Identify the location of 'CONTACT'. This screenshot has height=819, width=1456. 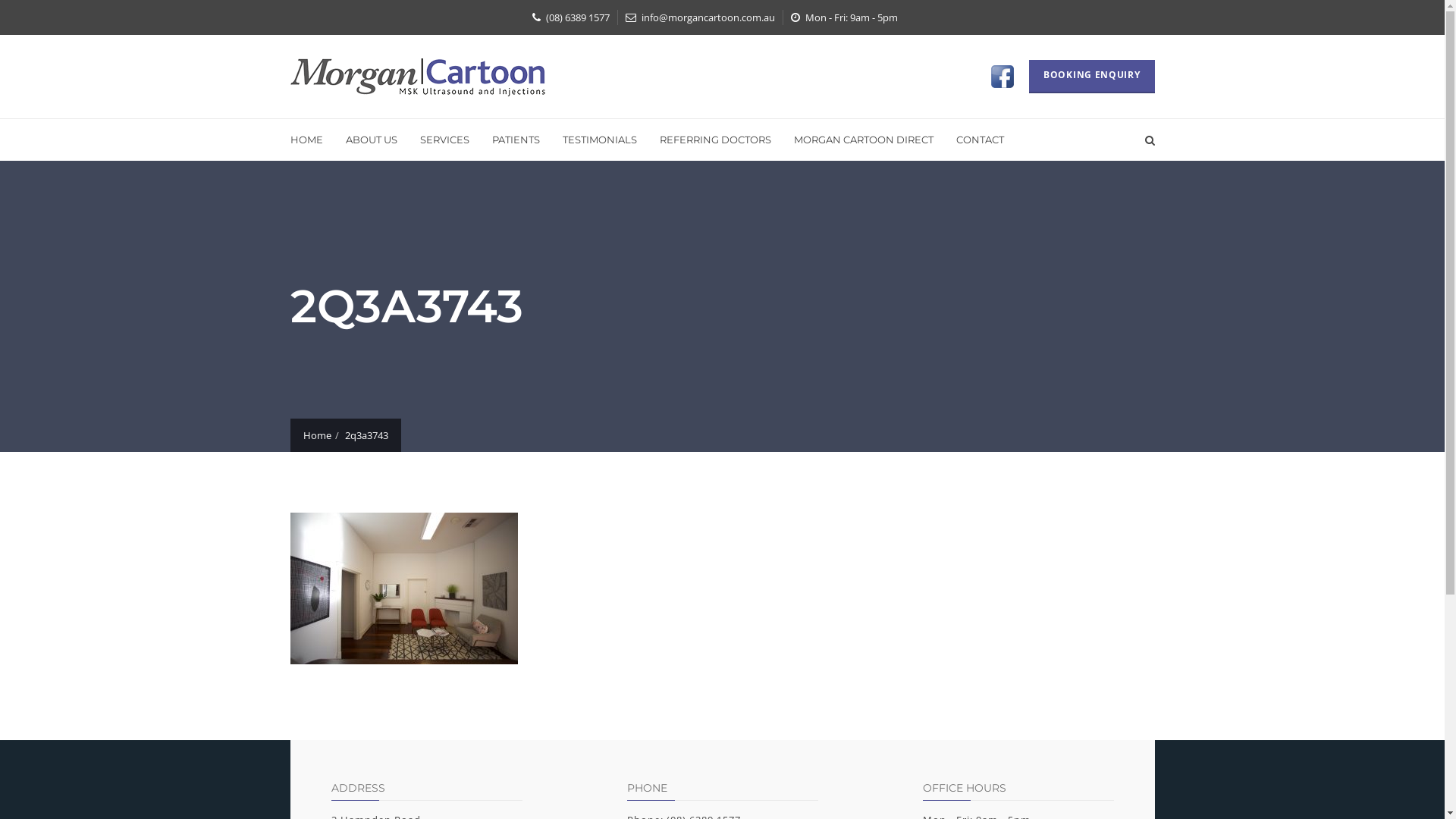
(944, 140).